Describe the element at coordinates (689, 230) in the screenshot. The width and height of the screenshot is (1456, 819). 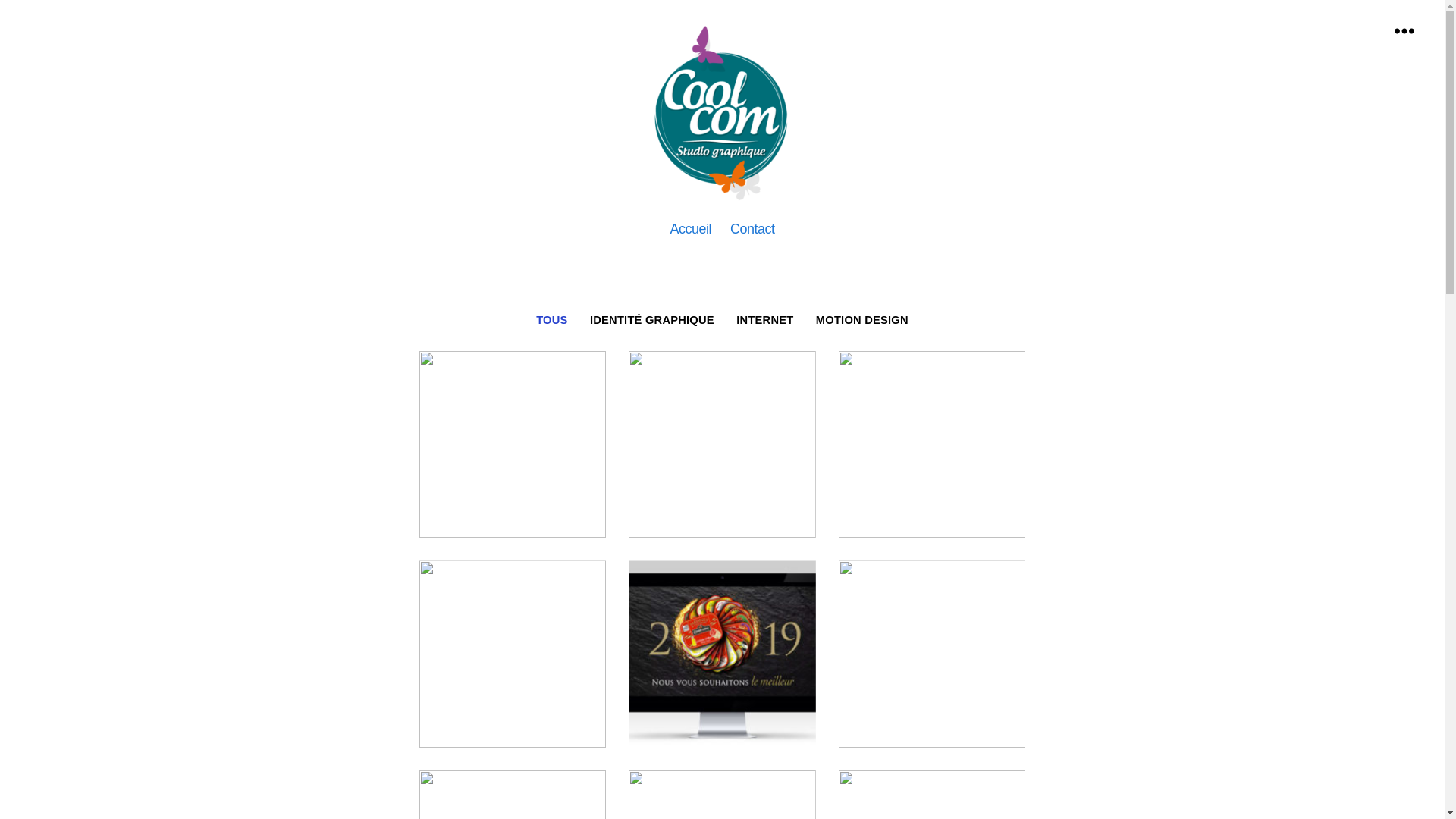
I see `'Accueil'` at that location.